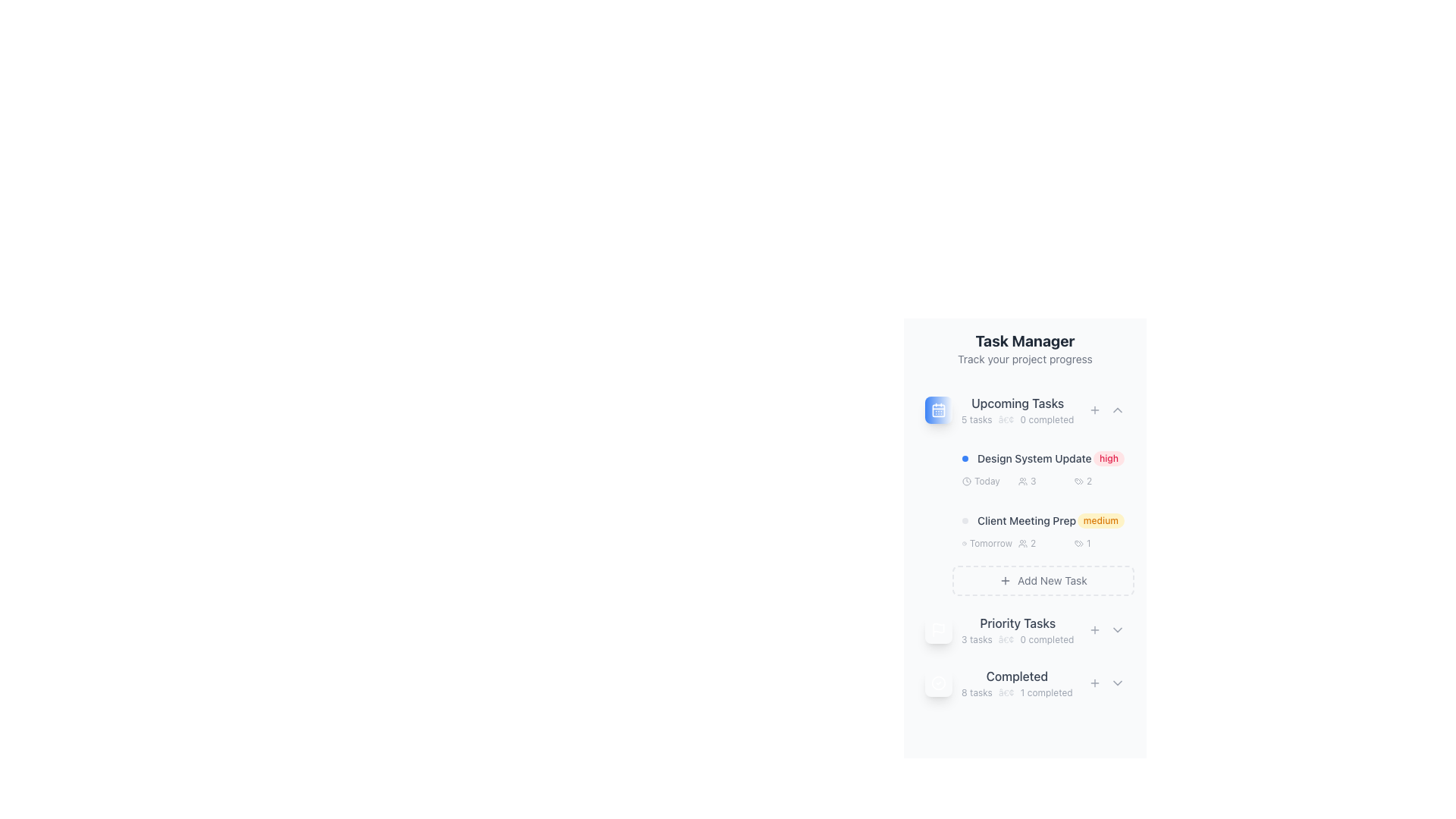 The height and width of the screenshot is (819, 1456). What do you see at coordinates (1095, 683) in the screenshot?
I see `the button located to the right of the 'Completed' text to initiate an add task action within the task manager` at bounding box center [1095, 683].